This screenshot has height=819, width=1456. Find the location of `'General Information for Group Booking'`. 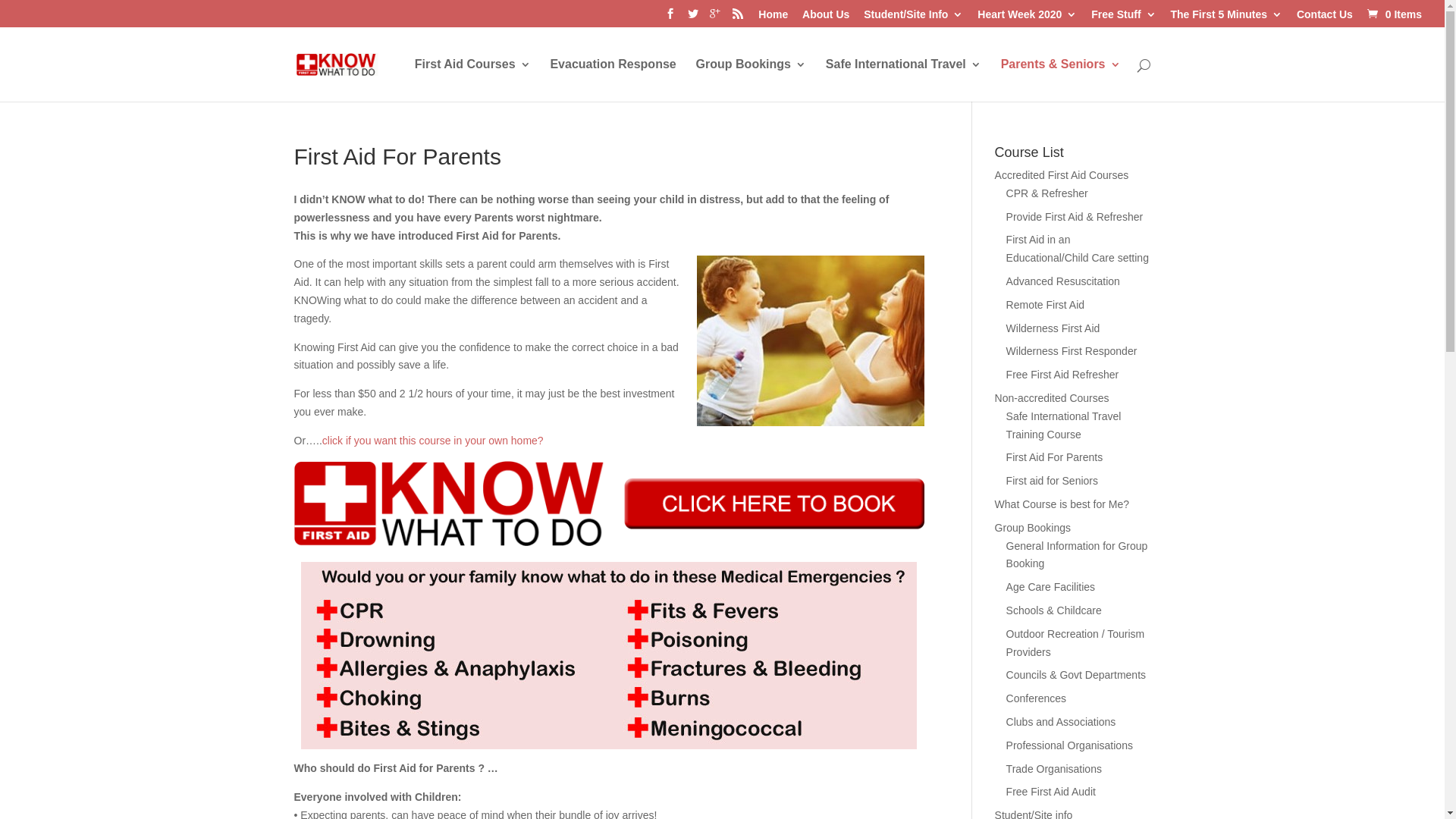

'General Information for Group Booking' is located at coordinates (1076, 555).